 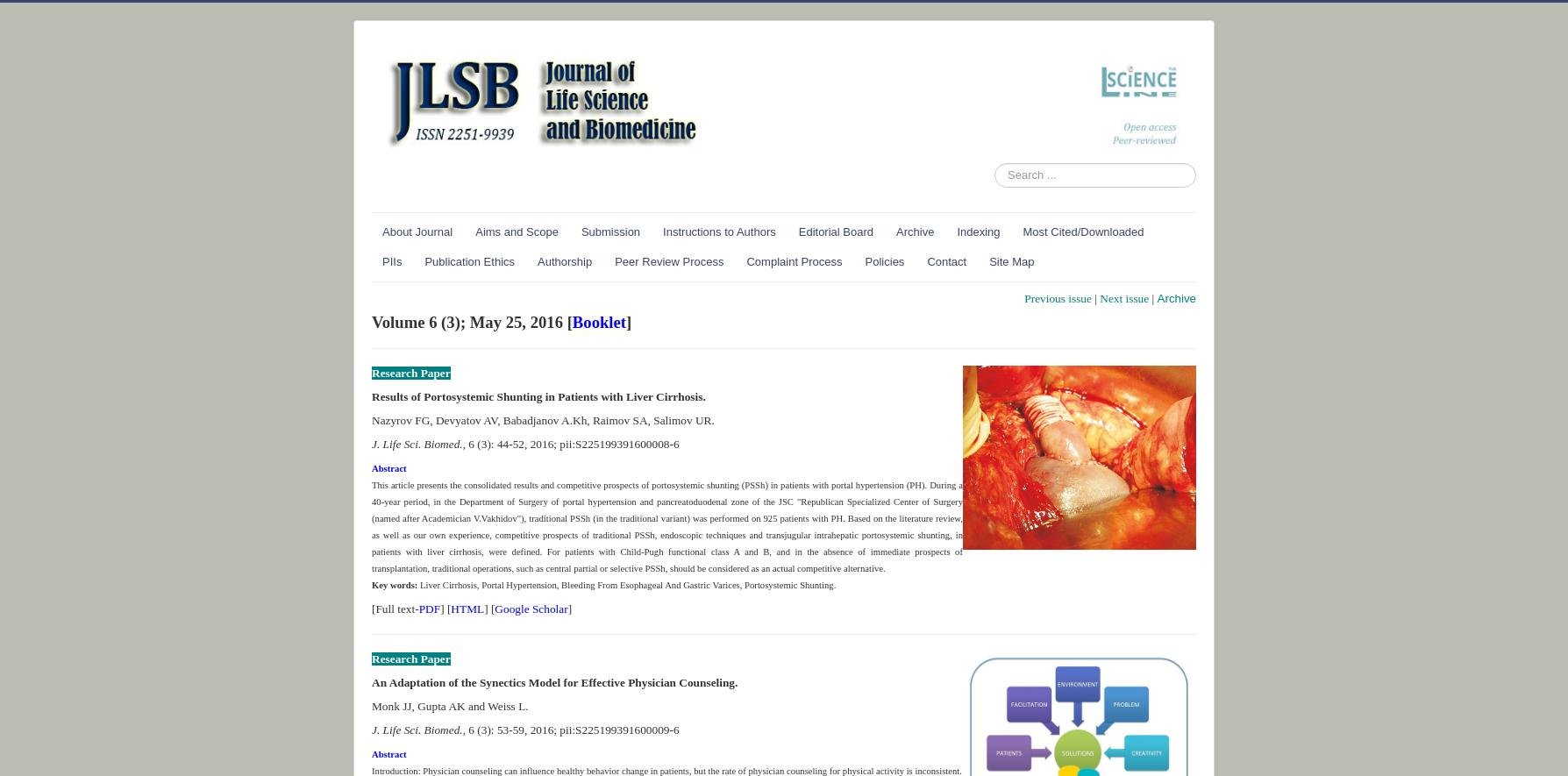 I want to click on 'Key words:', so click(x=395, y=584).